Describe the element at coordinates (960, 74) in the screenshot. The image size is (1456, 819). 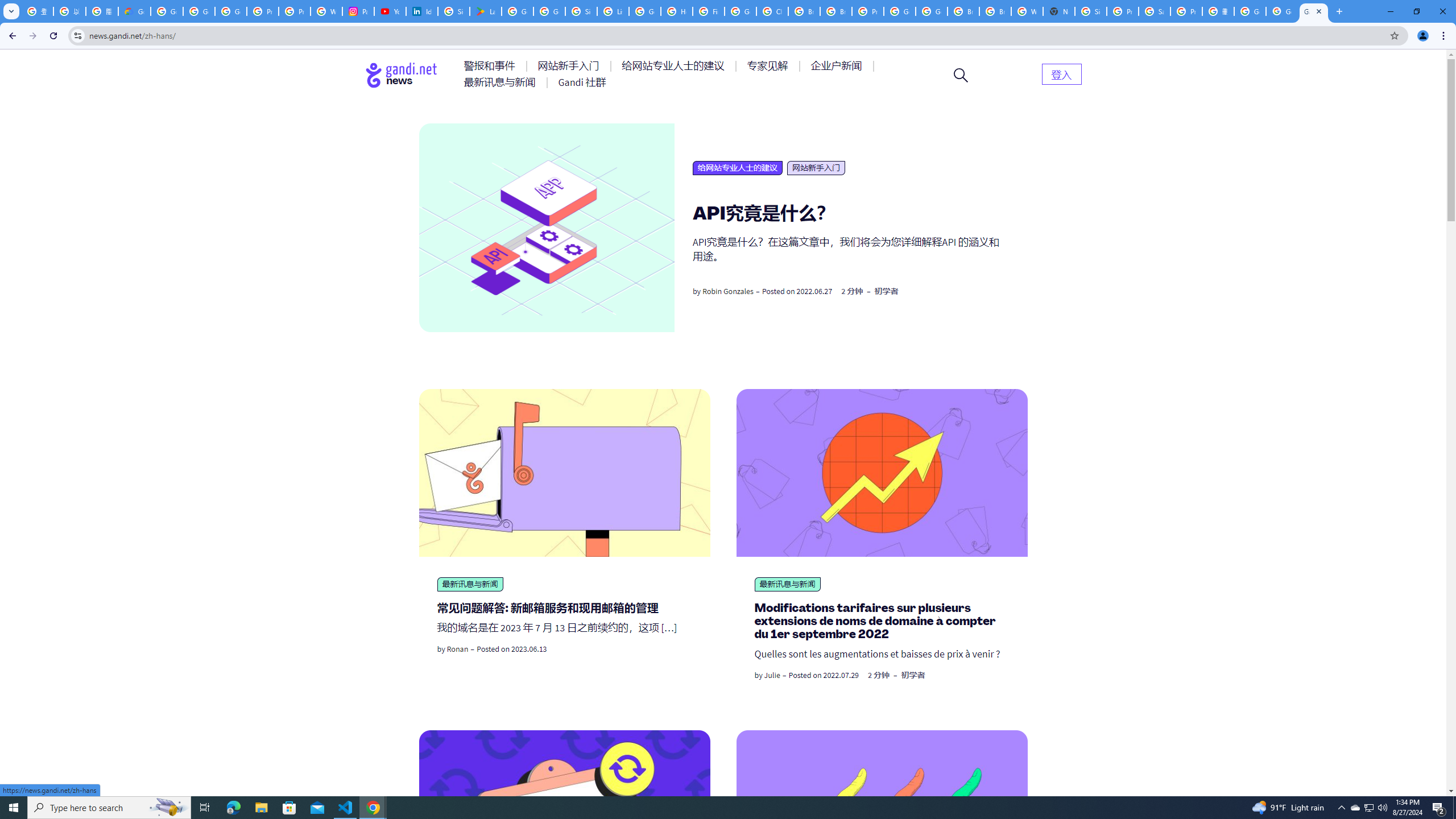
I see `'Open search form'` at that location.